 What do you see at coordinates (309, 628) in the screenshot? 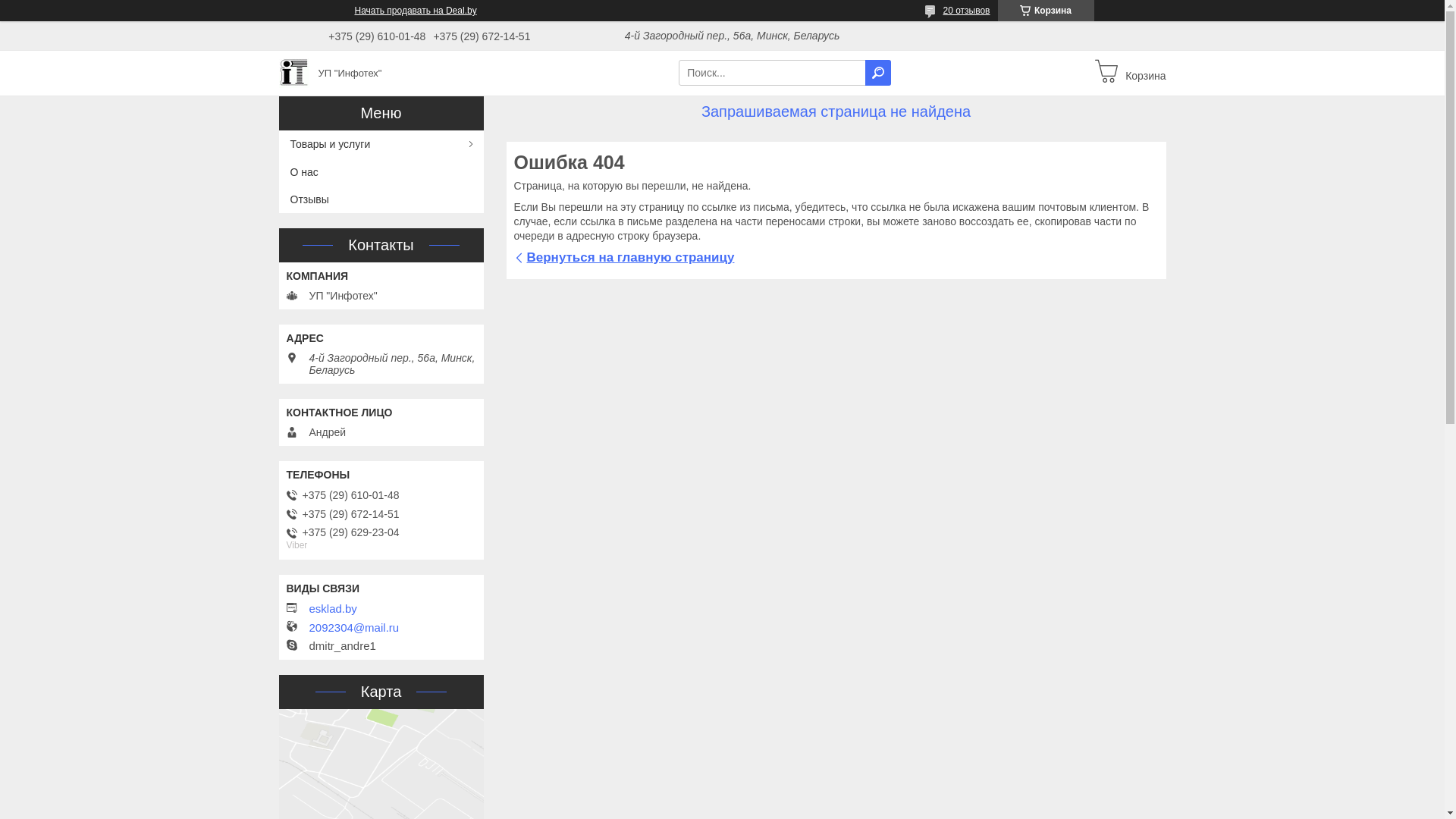
I see `'2092304@mail.ru'` at bounding box center [309, 628].